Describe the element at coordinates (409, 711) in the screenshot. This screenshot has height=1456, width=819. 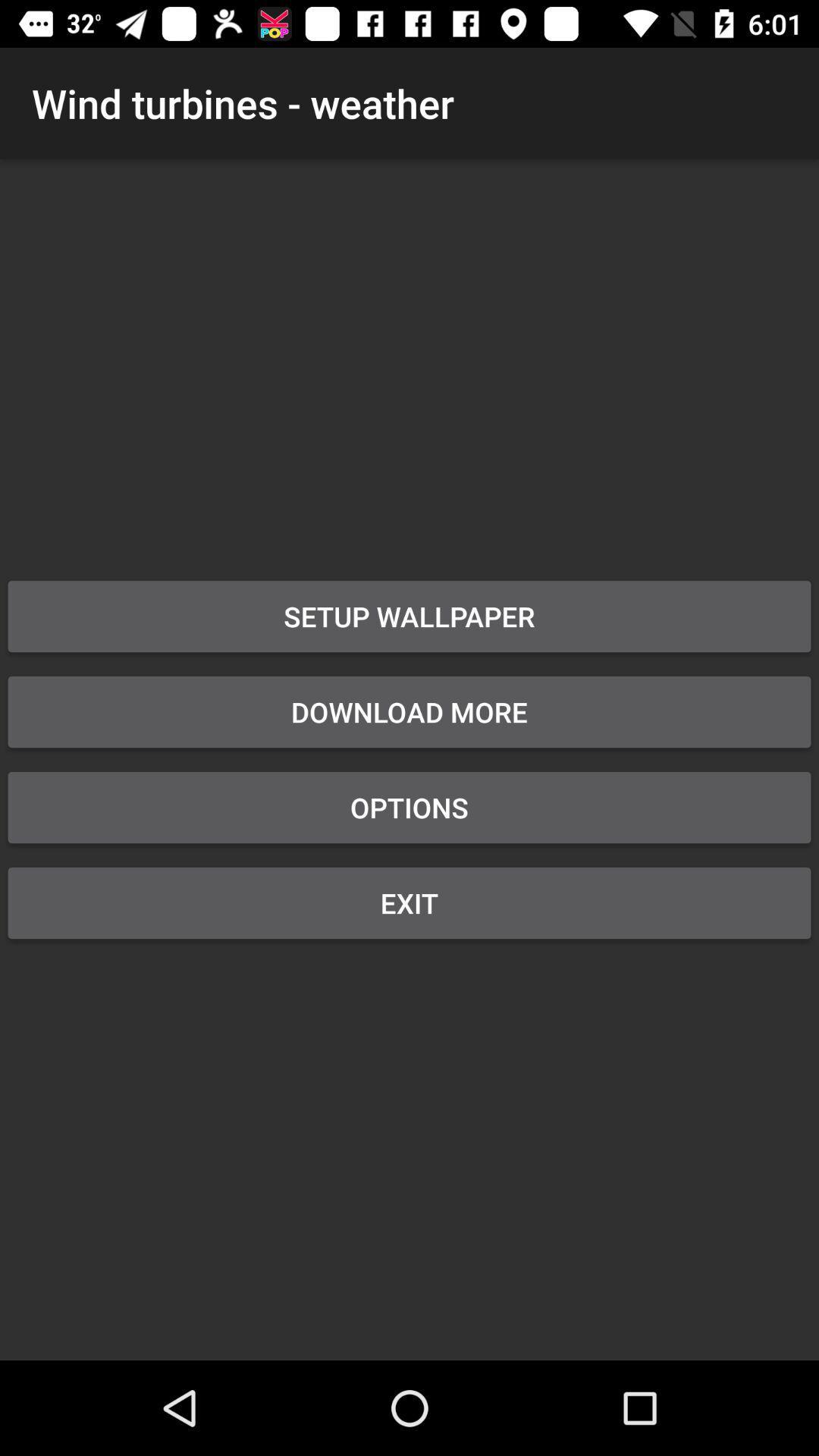
I see `button below the setup wallpaper button` at that location.